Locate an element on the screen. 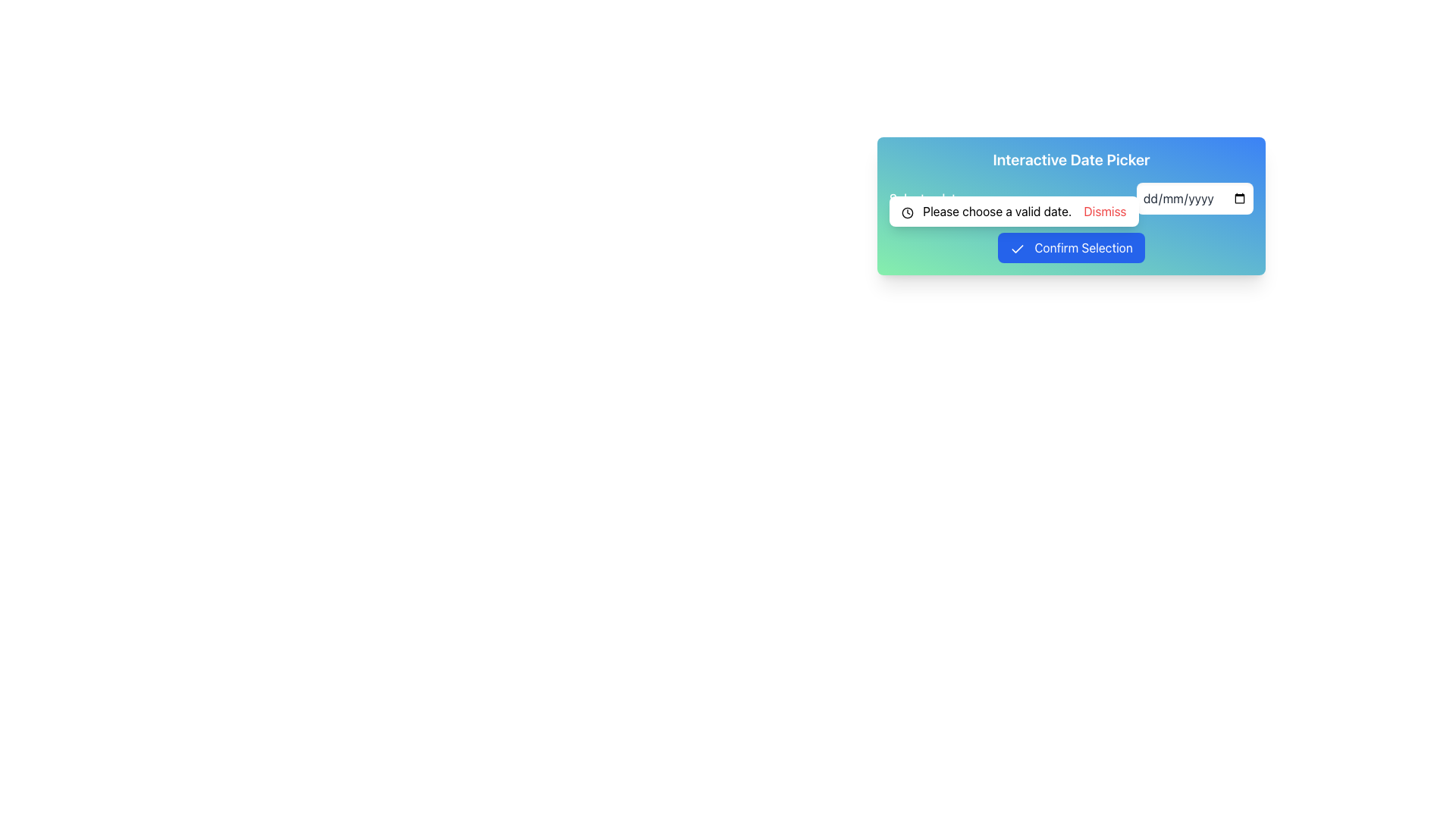 The height and width of the screenshot is (819, 1456). notification text displayed in the notification bar, which contains the message 'Please choose a valid date.' and a dismiss button is located at coordinates (1014, 211).